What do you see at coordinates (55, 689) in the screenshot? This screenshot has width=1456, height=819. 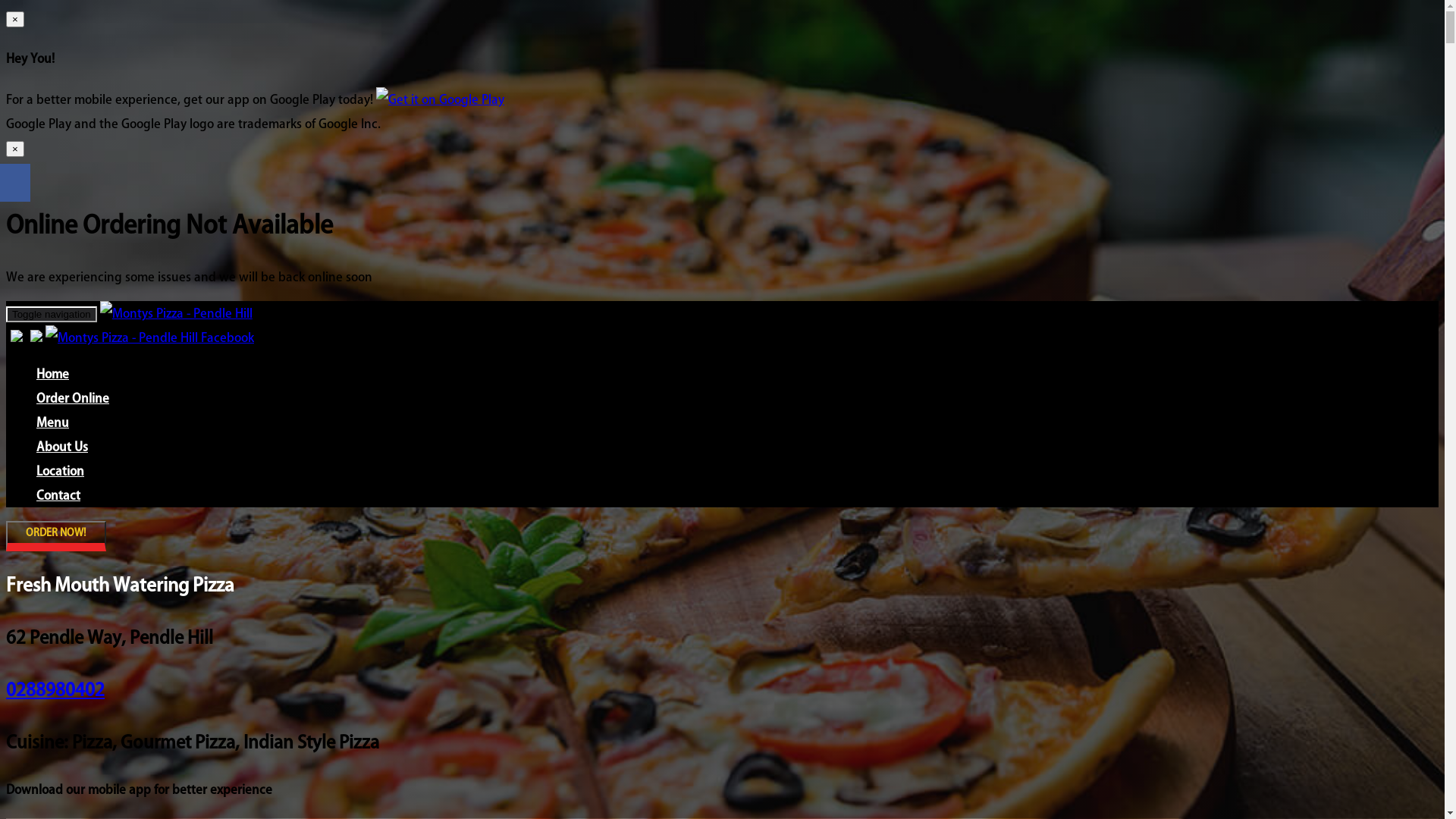 I see `'0288980402'` at bounding box center [55, 689].